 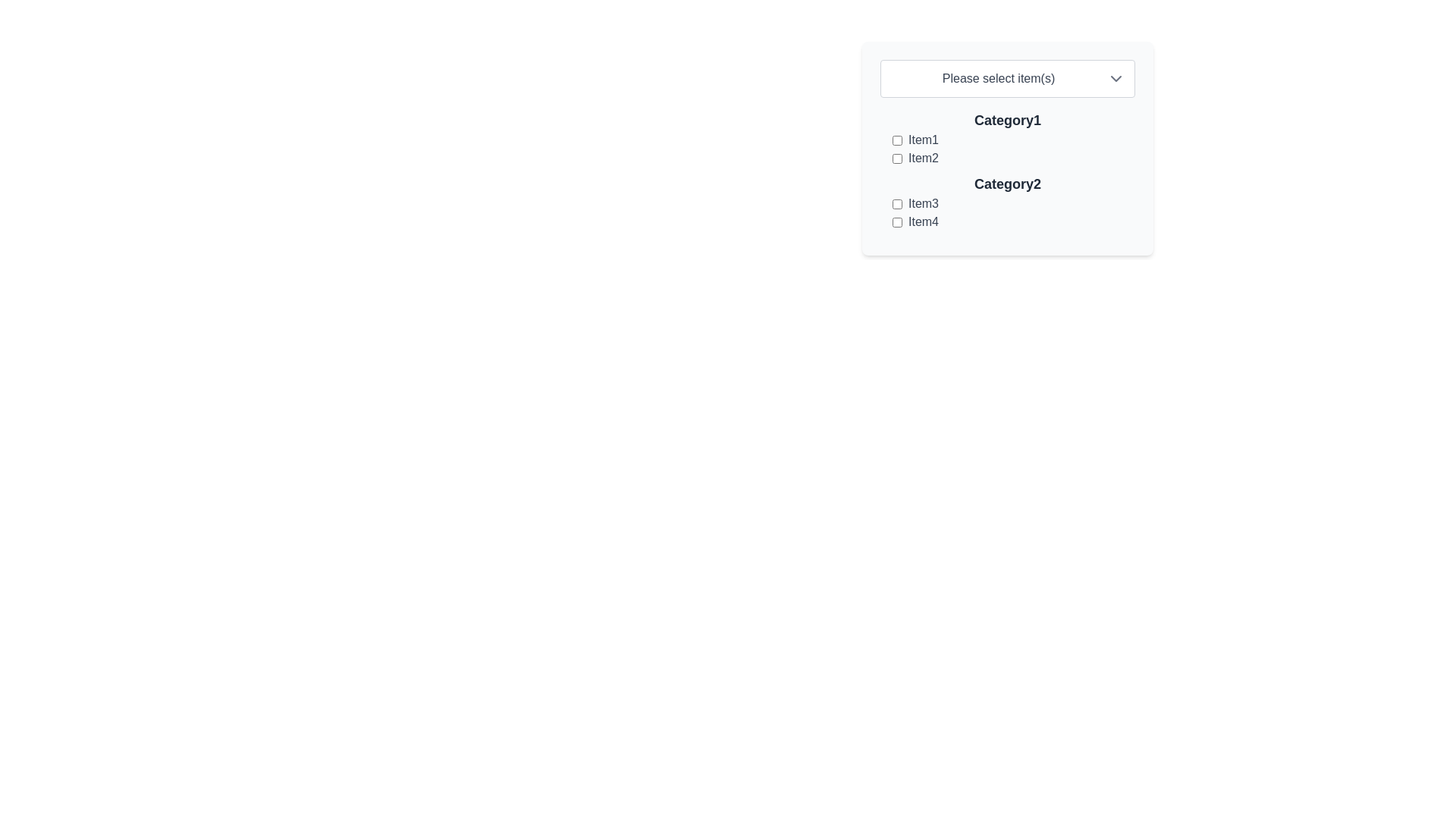 What do you see at coordinates (923, 140) in the screenshot?
I see `the static text label displaying 'Item1' in gray font, located to the right of the checkbox in the upper section of 'Category1'` at bounding box center [923, 140].